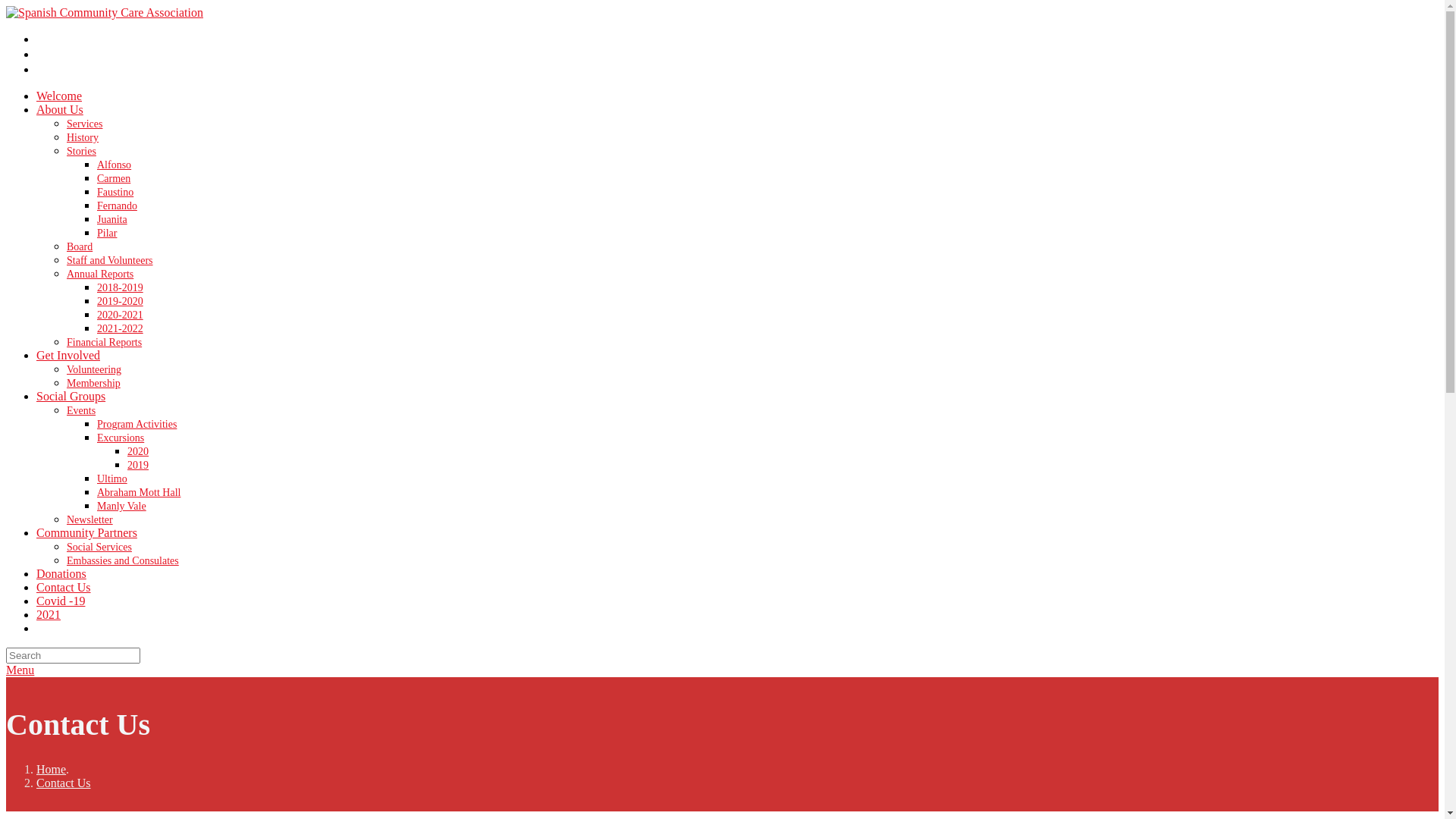 The height and width of the screenshot is (819, 1456). Describe the element at coordinates (67, 355) in the screenshot. I see `'Get Involved'` at that location.